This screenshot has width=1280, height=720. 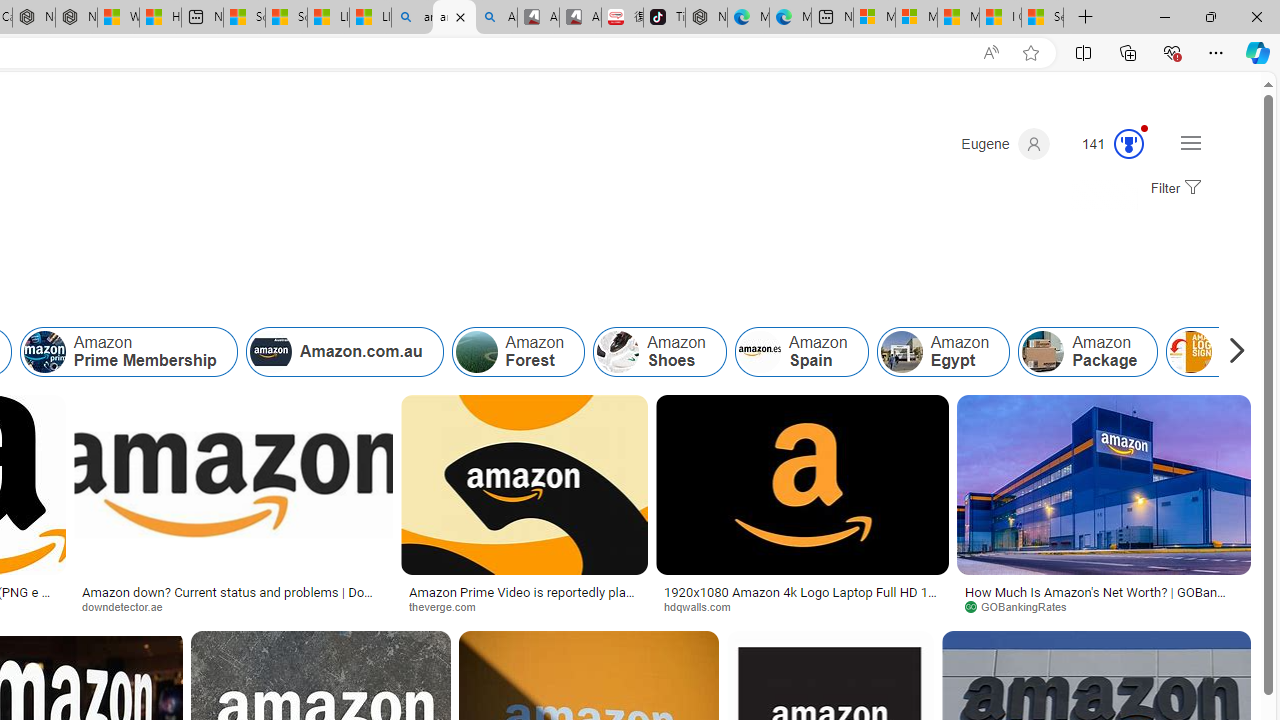 What do you see at coordinates (524, 605) in the screenshot?
I see `'theverge.com'` at bounding box center [524, 605].